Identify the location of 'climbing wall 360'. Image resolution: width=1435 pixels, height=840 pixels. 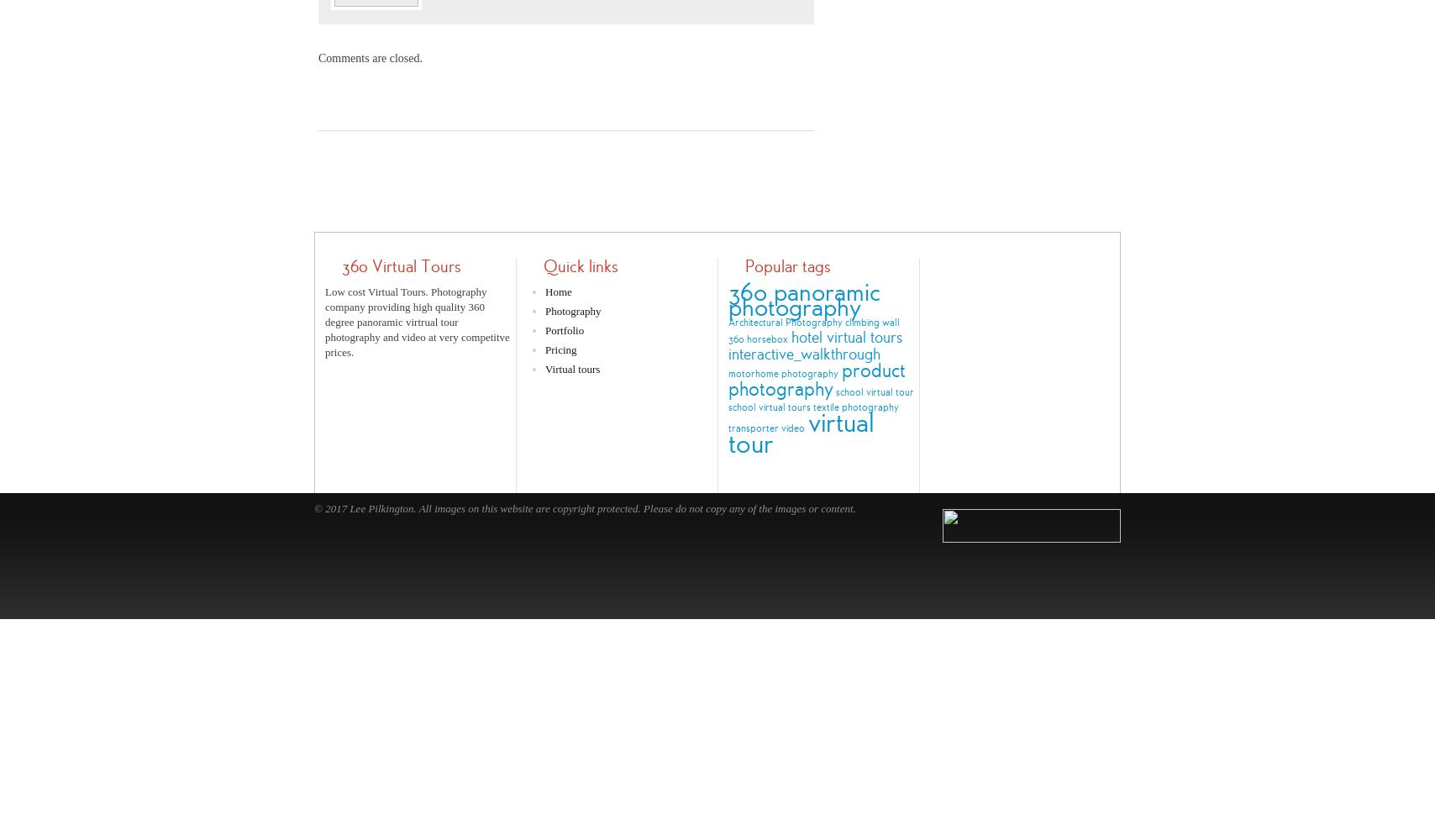
(812, 330).